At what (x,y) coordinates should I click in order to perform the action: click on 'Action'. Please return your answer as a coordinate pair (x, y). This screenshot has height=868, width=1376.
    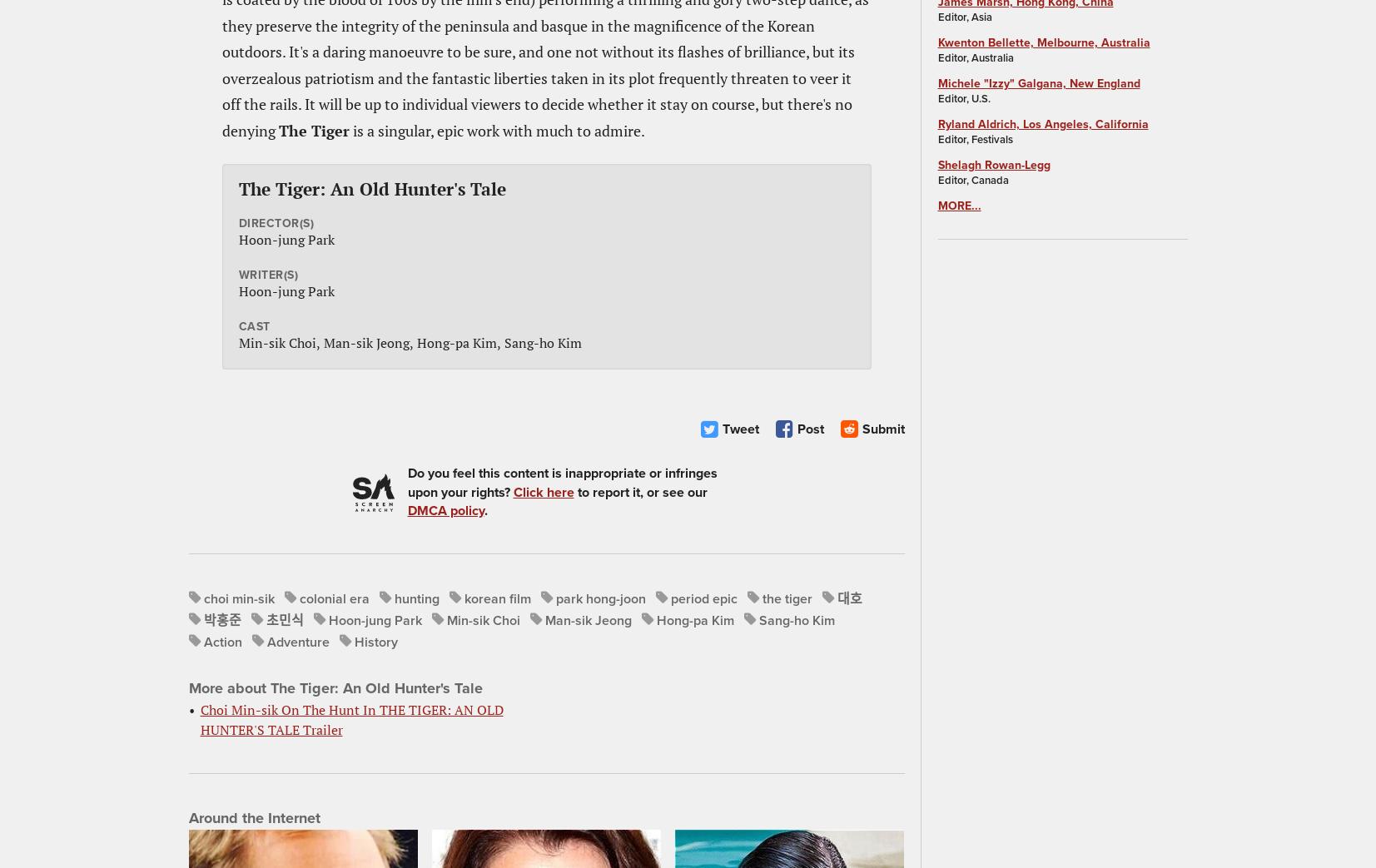
    Looking at the image, I should click on (221, 642).